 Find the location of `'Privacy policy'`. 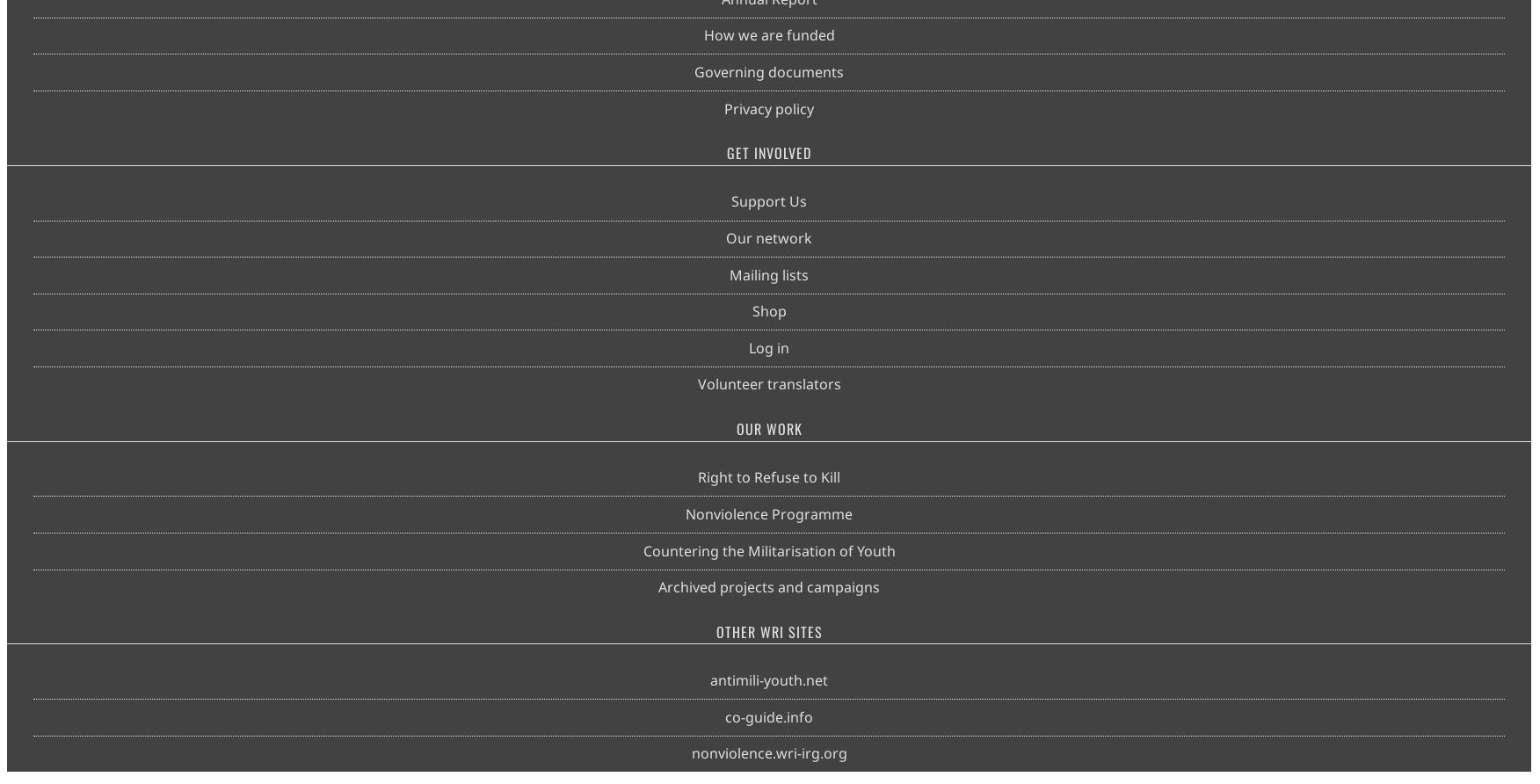

'Privacy policy' is located at coordinates (767, 107).